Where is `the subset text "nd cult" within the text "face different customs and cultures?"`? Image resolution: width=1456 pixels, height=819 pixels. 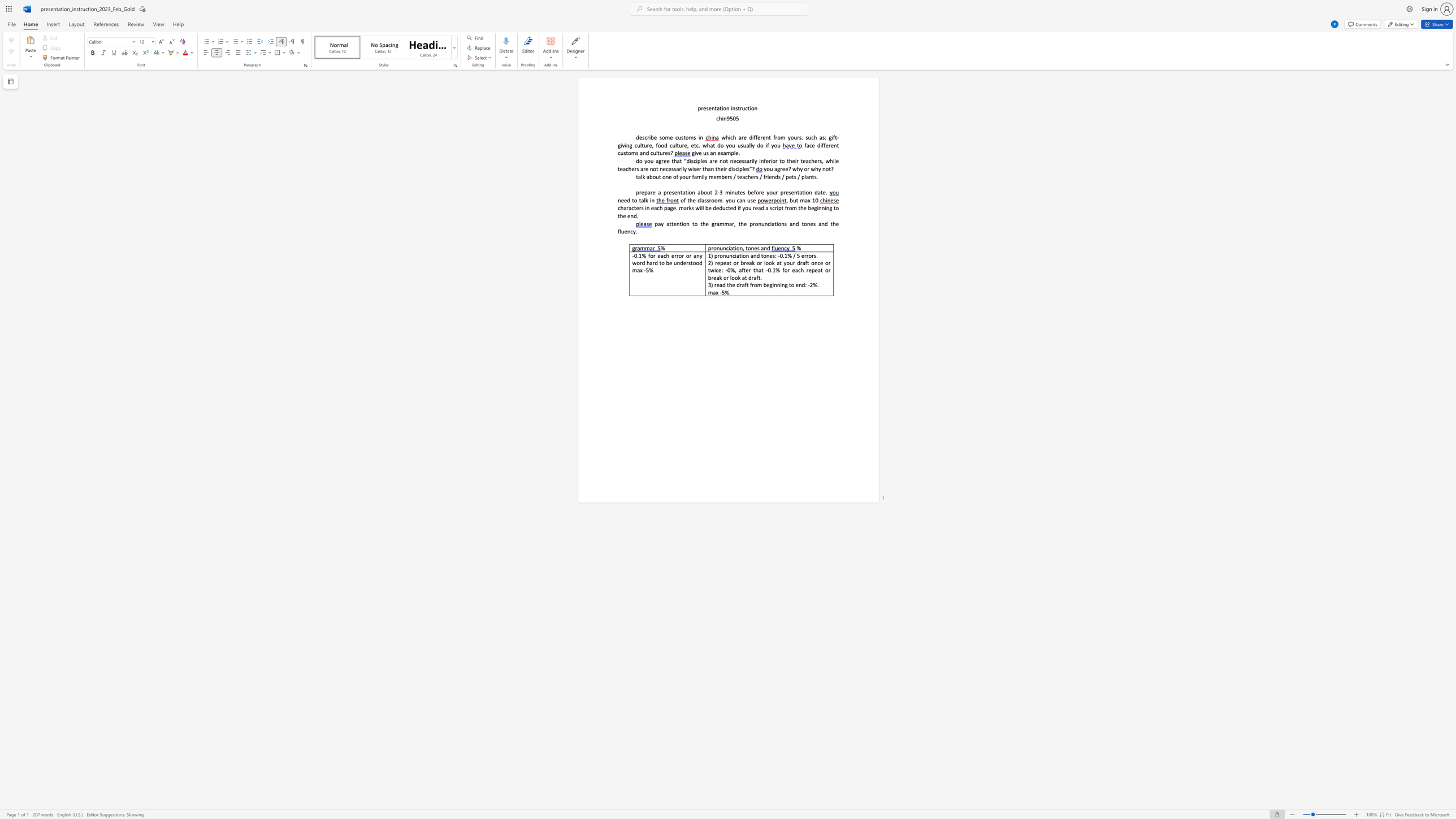
the subset text "nd cult" within the text "face different customs and cultures?" is located at coordinates (642, 153).